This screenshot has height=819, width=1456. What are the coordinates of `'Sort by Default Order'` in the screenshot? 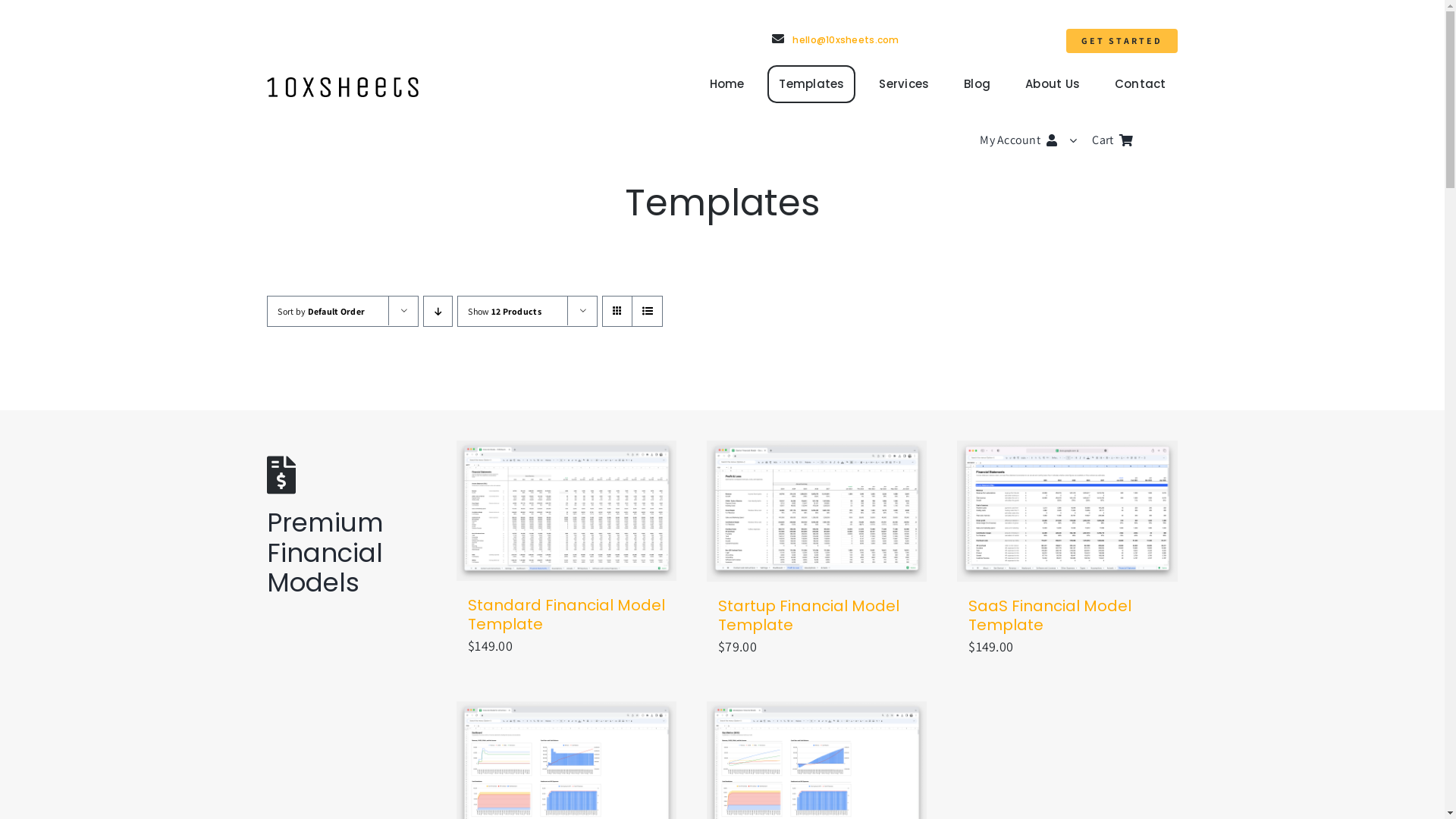 It's located at (320, 310).